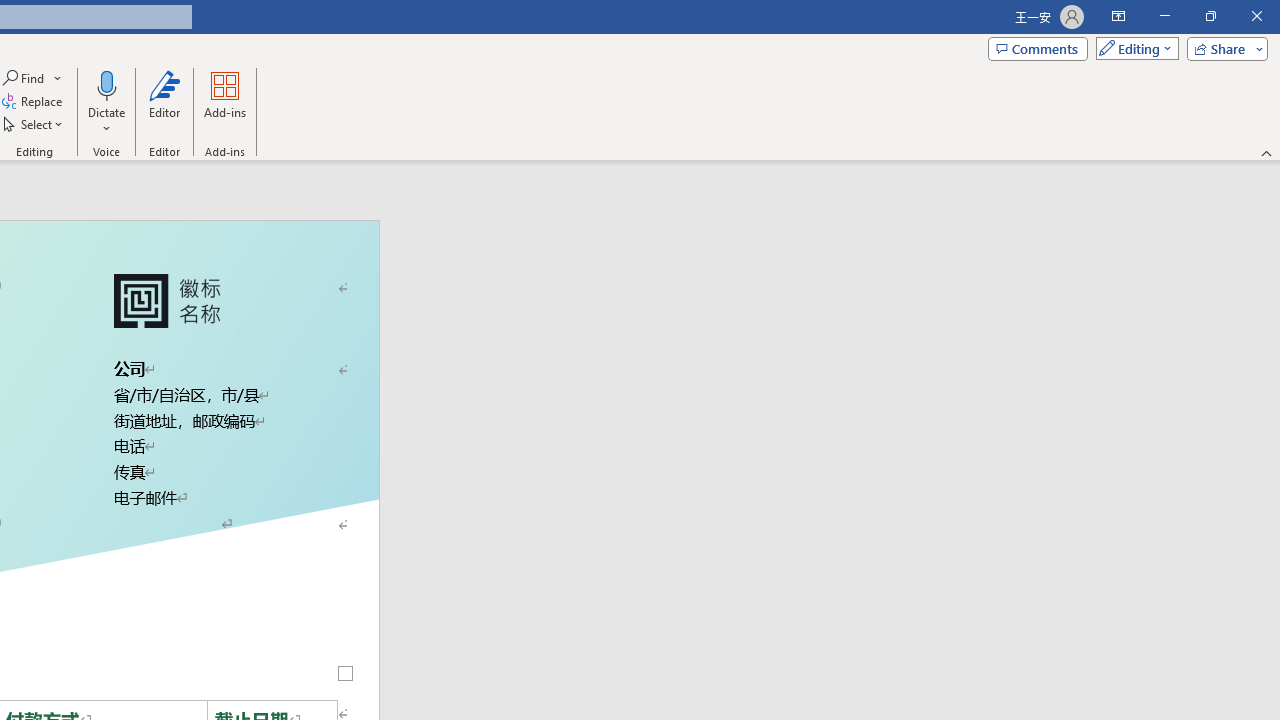  Describe the element at coordinates (1266, 152) in the screenshot. I see `'Collapse the Ribbon'` at that location.